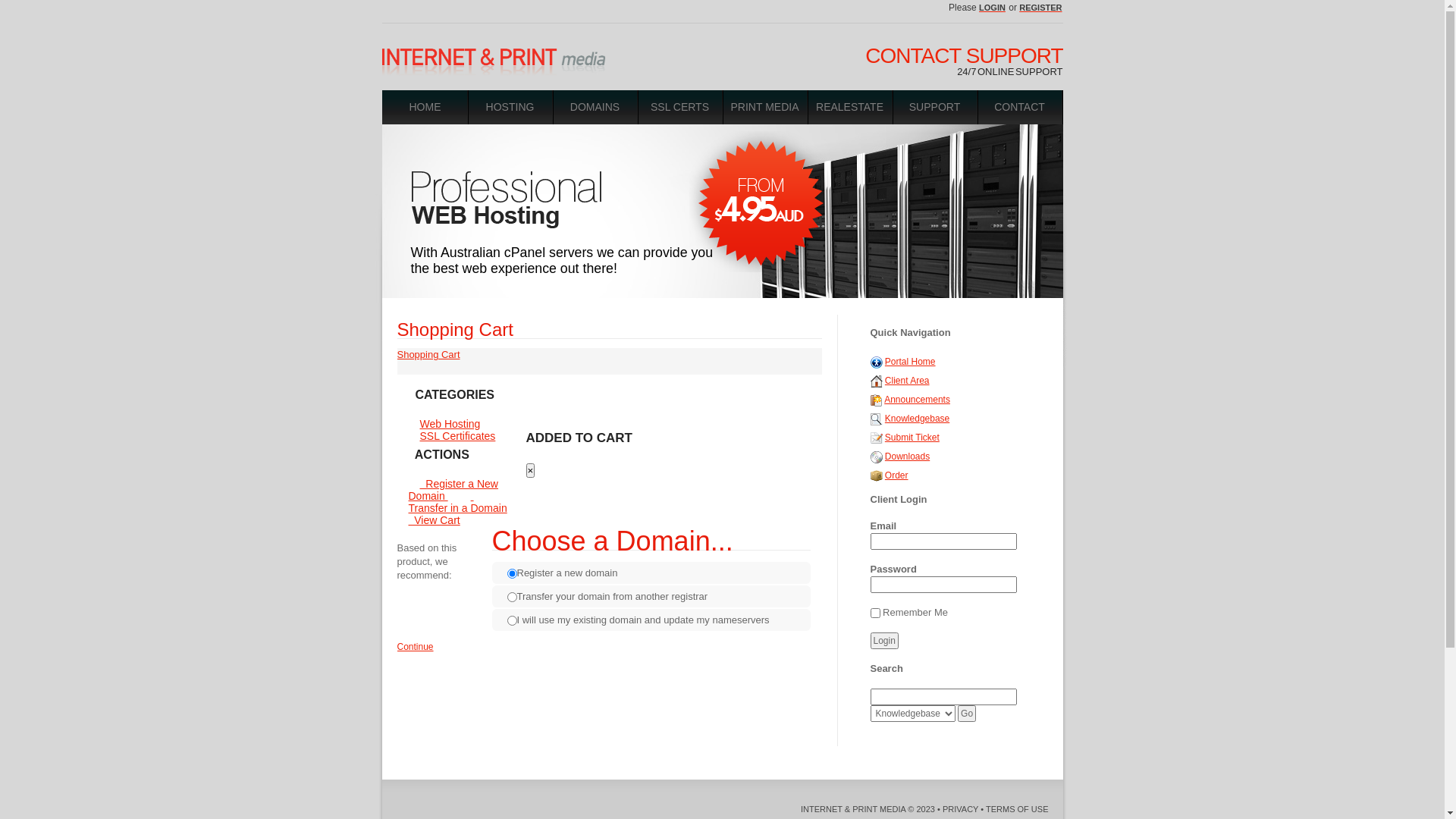 This screenshot has height=819, width=1456. Describe the element at coordinates (425, 106) in the screenshot. I see `'HOME'` at that location.